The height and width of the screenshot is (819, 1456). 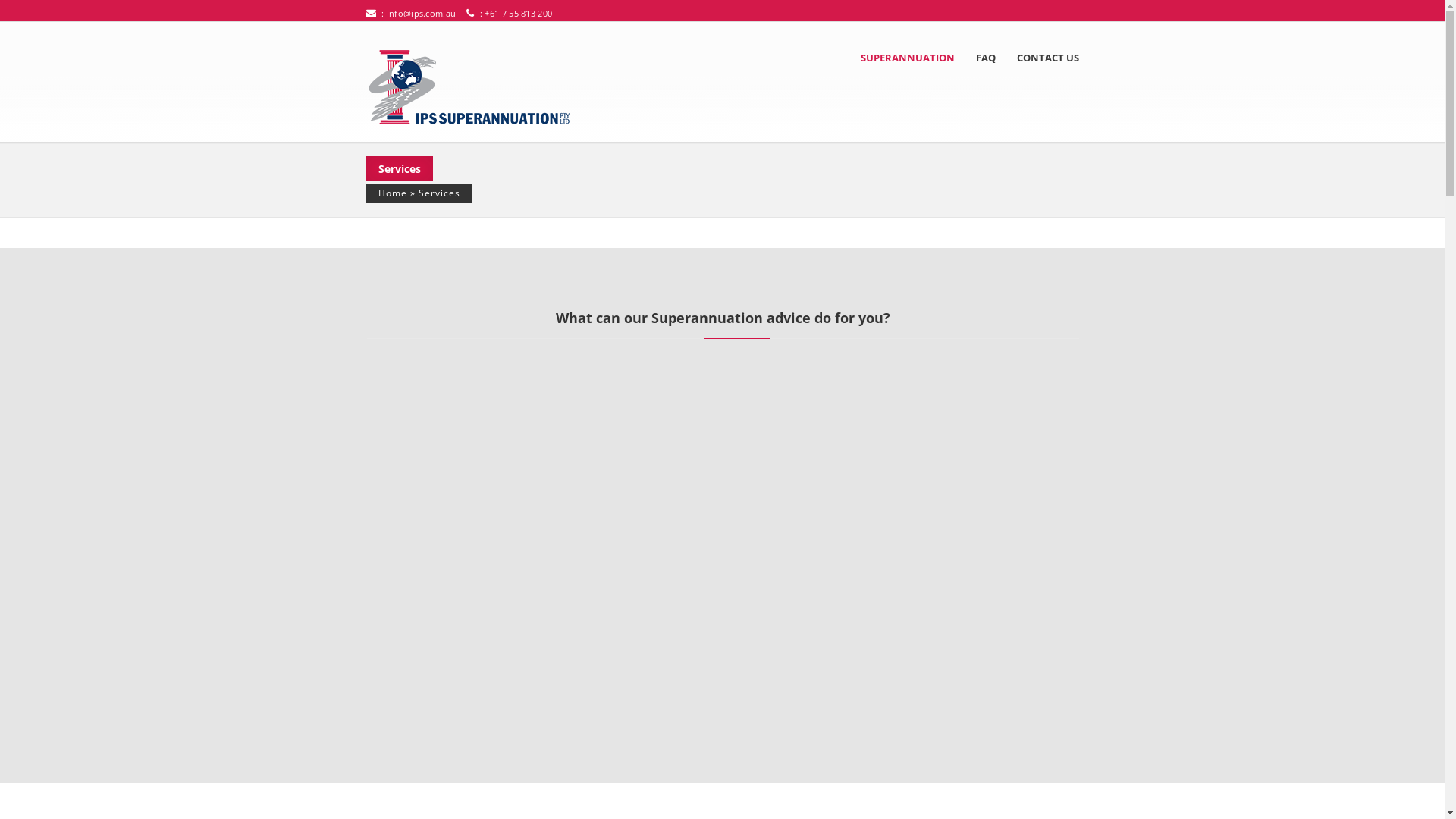 What do you see at coordinates (422, 13) in the screenshot?
I see `'Info@ips.com.au'` at bounding box center [422, 13].